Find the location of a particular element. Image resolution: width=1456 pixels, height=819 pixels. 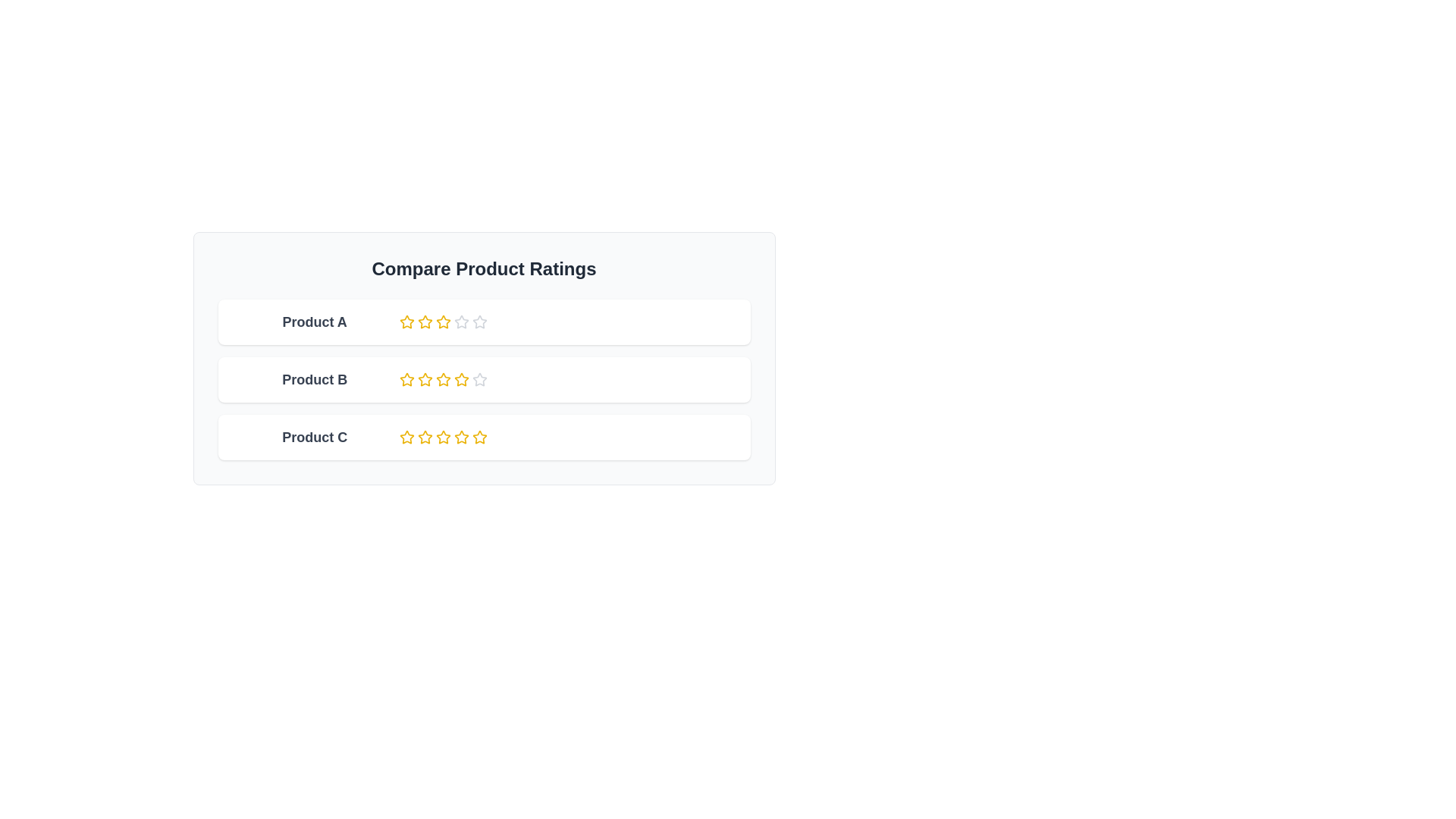

the fifth yellow star-shaped rating icon for Product C in the 'Compare Product Ratings' section is located at coordinates (479, 437).